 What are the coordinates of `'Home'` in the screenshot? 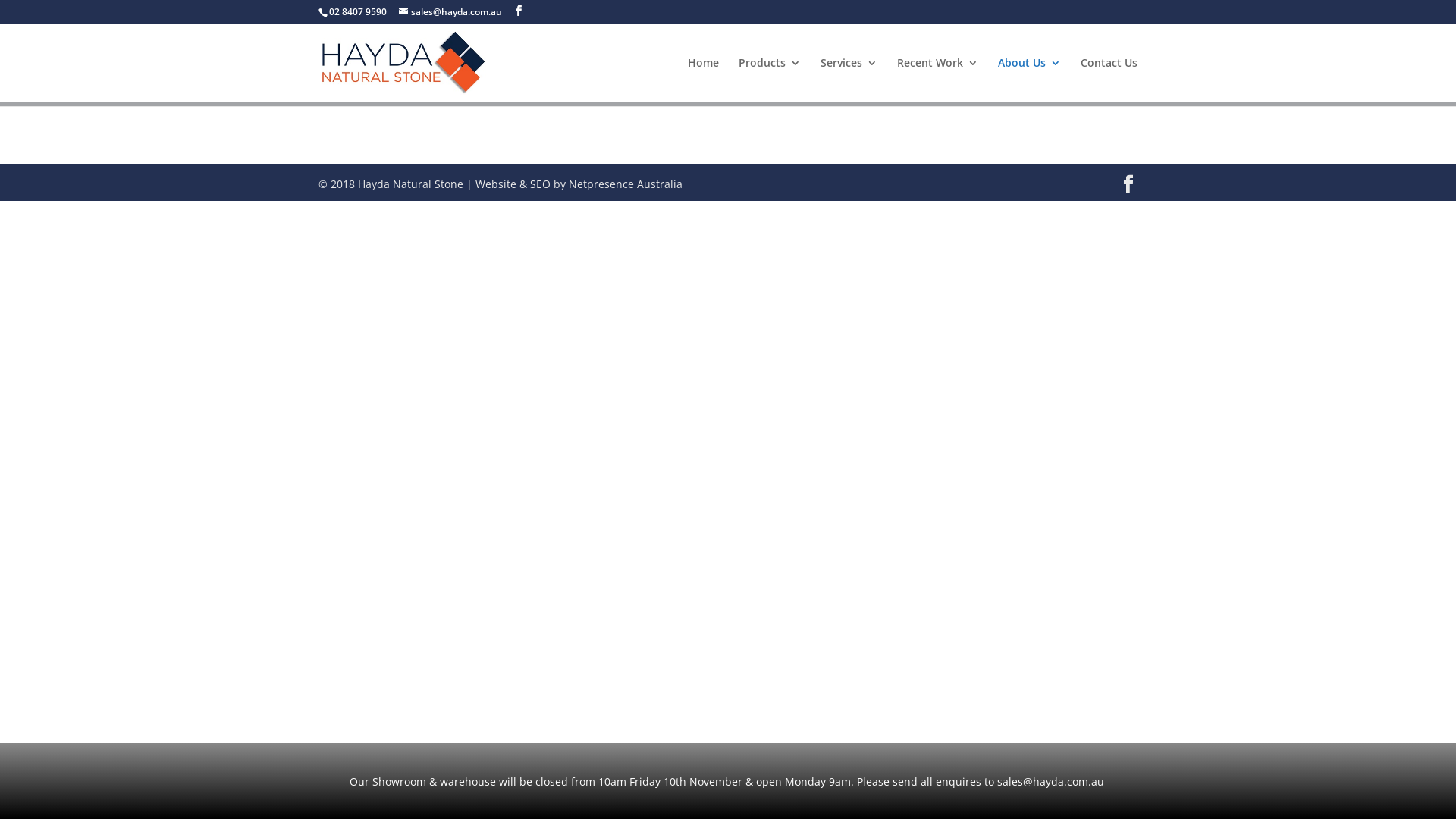 It's located at (702, 80).